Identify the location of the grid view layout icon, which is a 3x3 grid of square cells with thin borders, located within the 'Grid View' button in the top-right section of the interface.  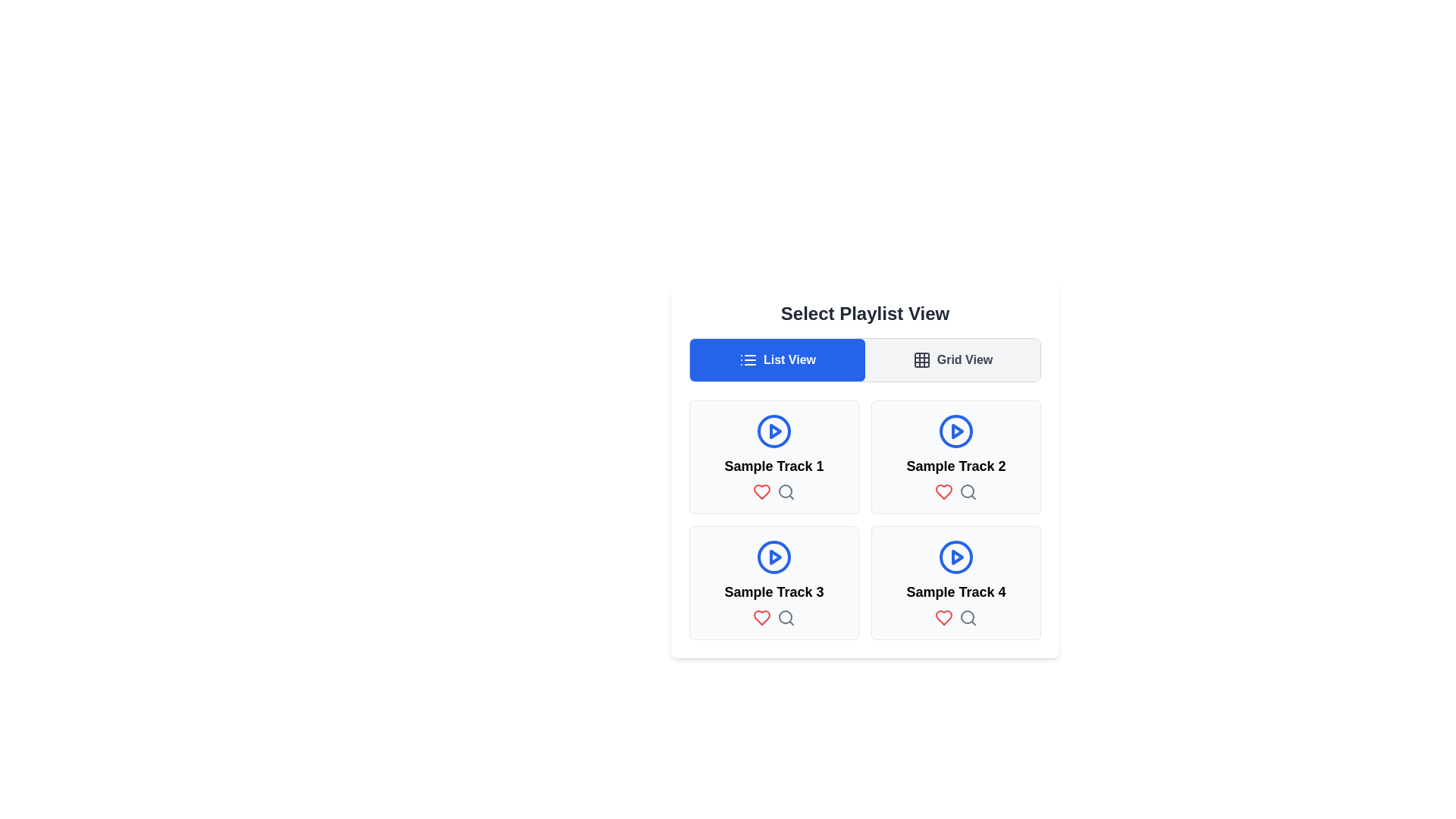
(921, 359).